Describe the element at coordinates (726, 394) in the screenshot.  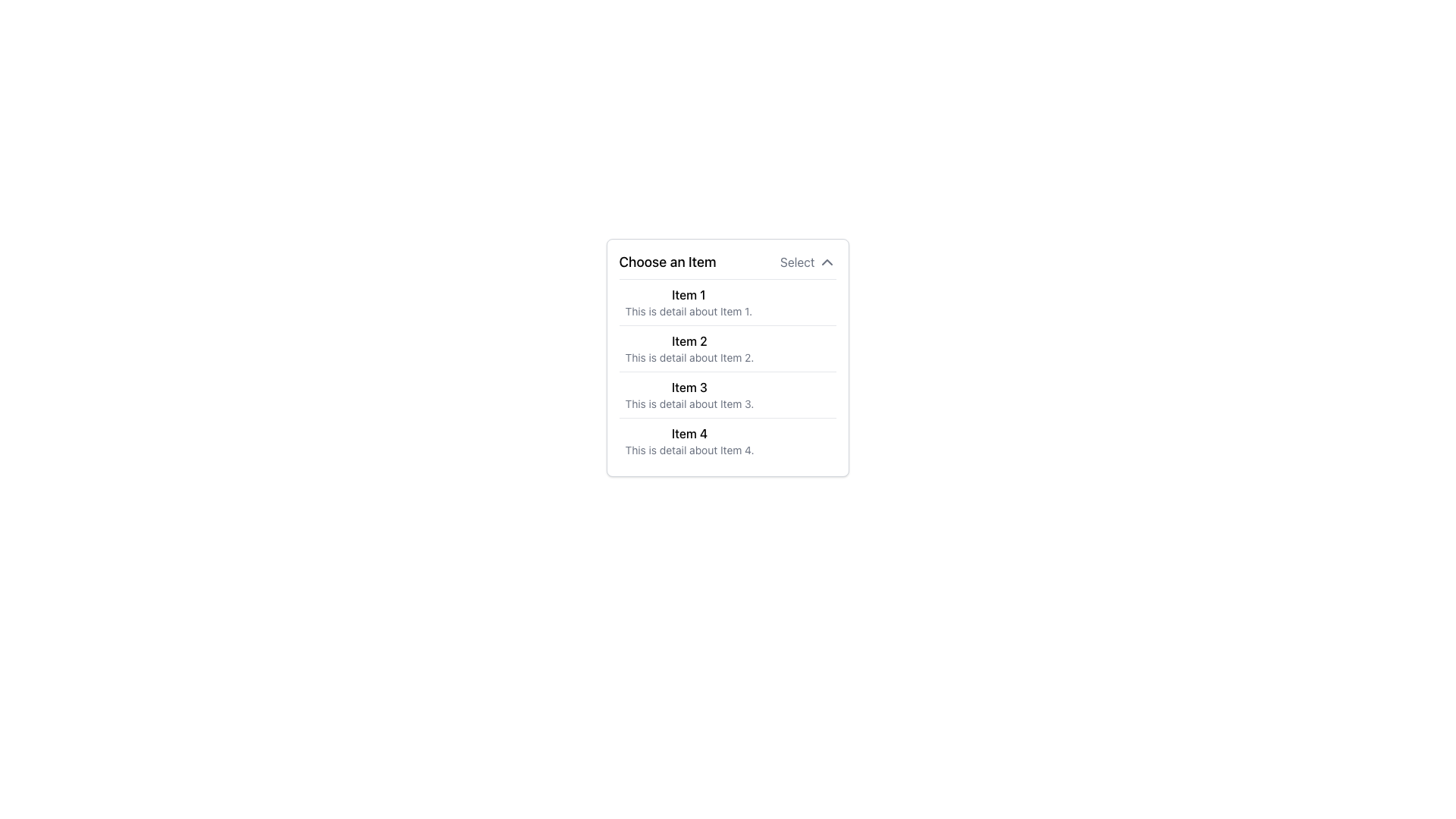
I see `the third list item titled 'Item 3'` at that location.